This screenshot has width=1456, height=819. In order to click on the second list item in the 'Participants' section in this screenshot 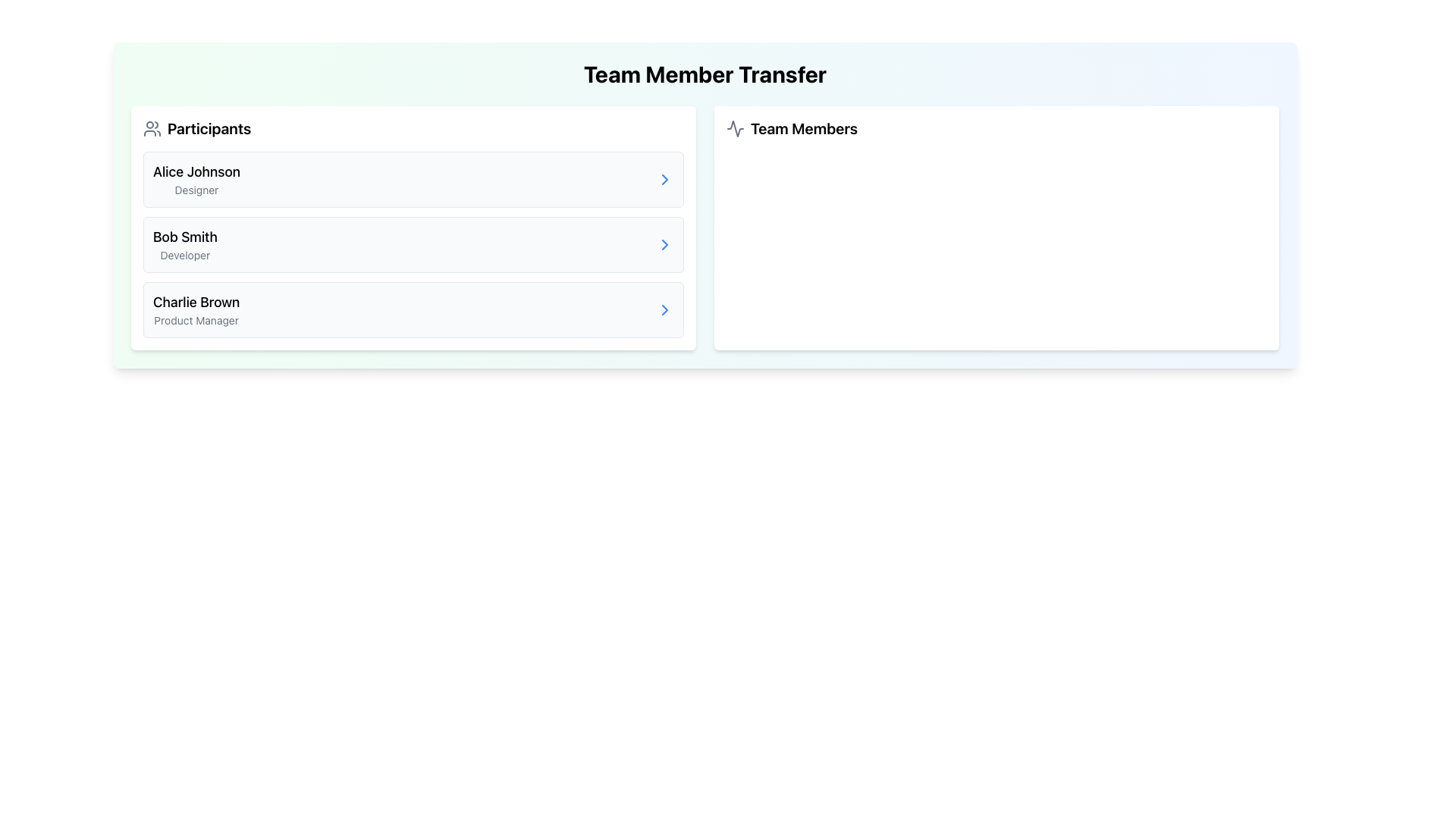, I will do `click(413, 244)`.